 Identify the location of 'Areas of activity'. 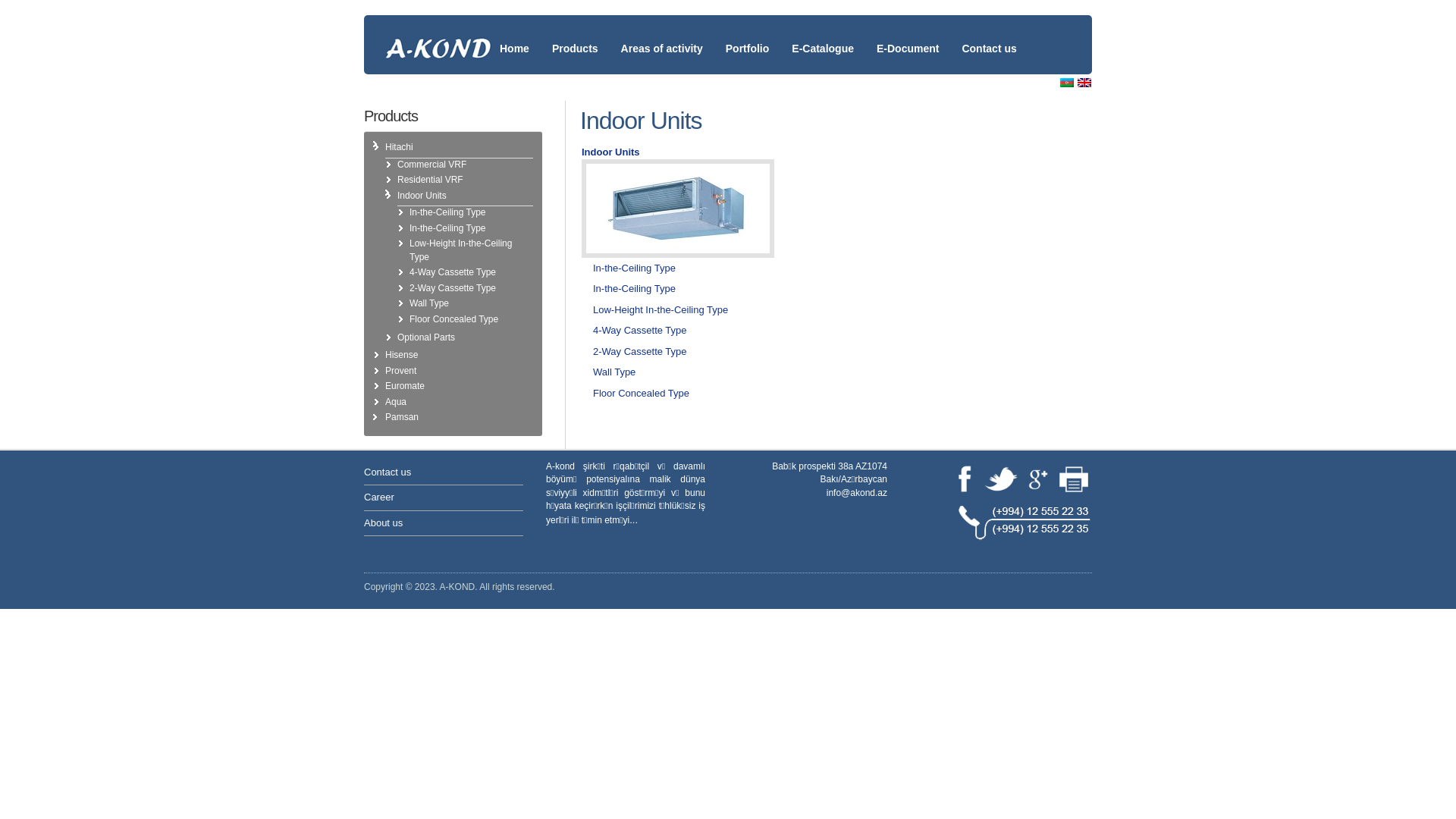
(610, 34).